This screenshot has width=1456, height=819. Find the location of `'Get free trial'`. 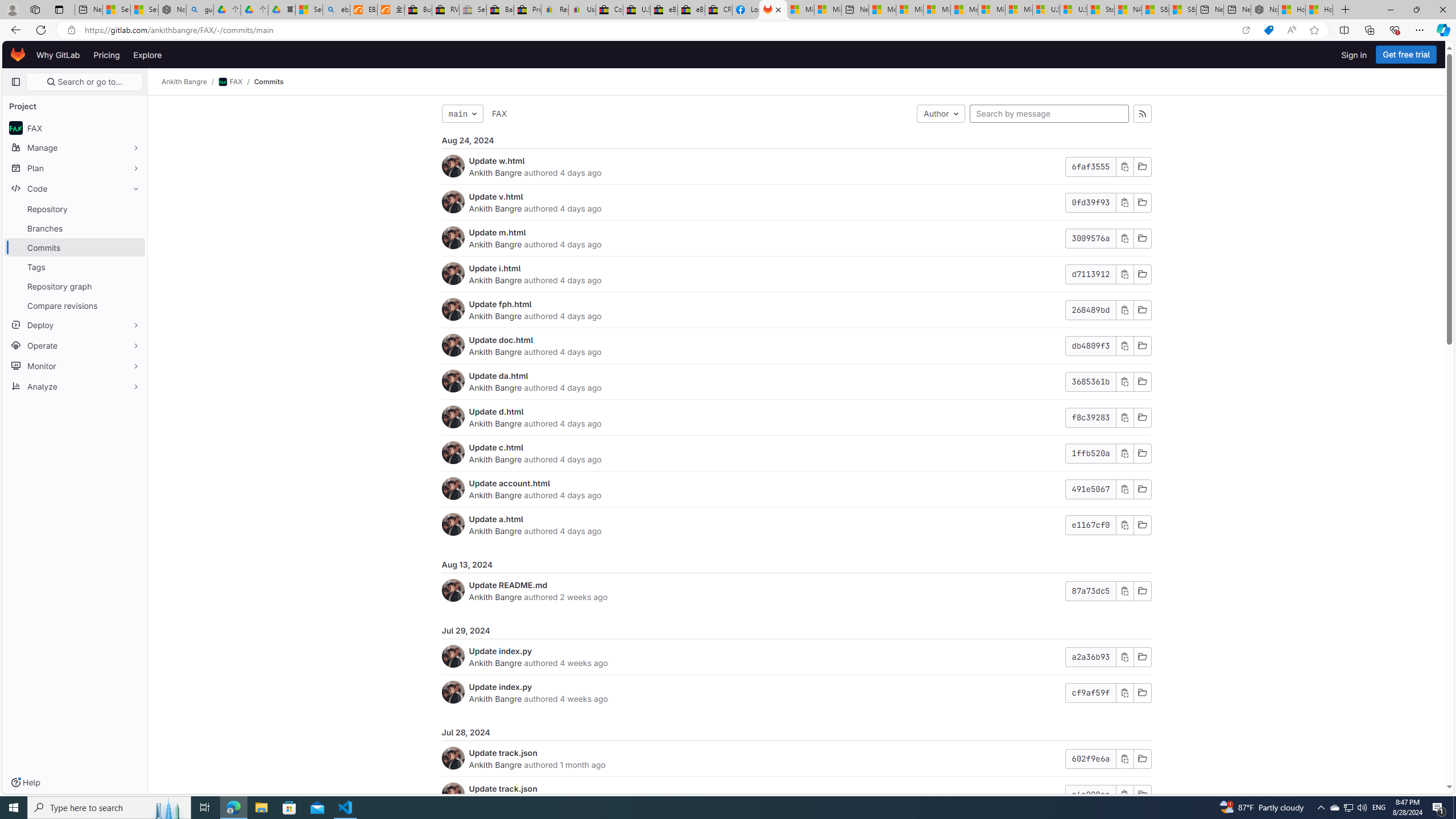

'Get free trial' is located at coordinates (1405, 54).